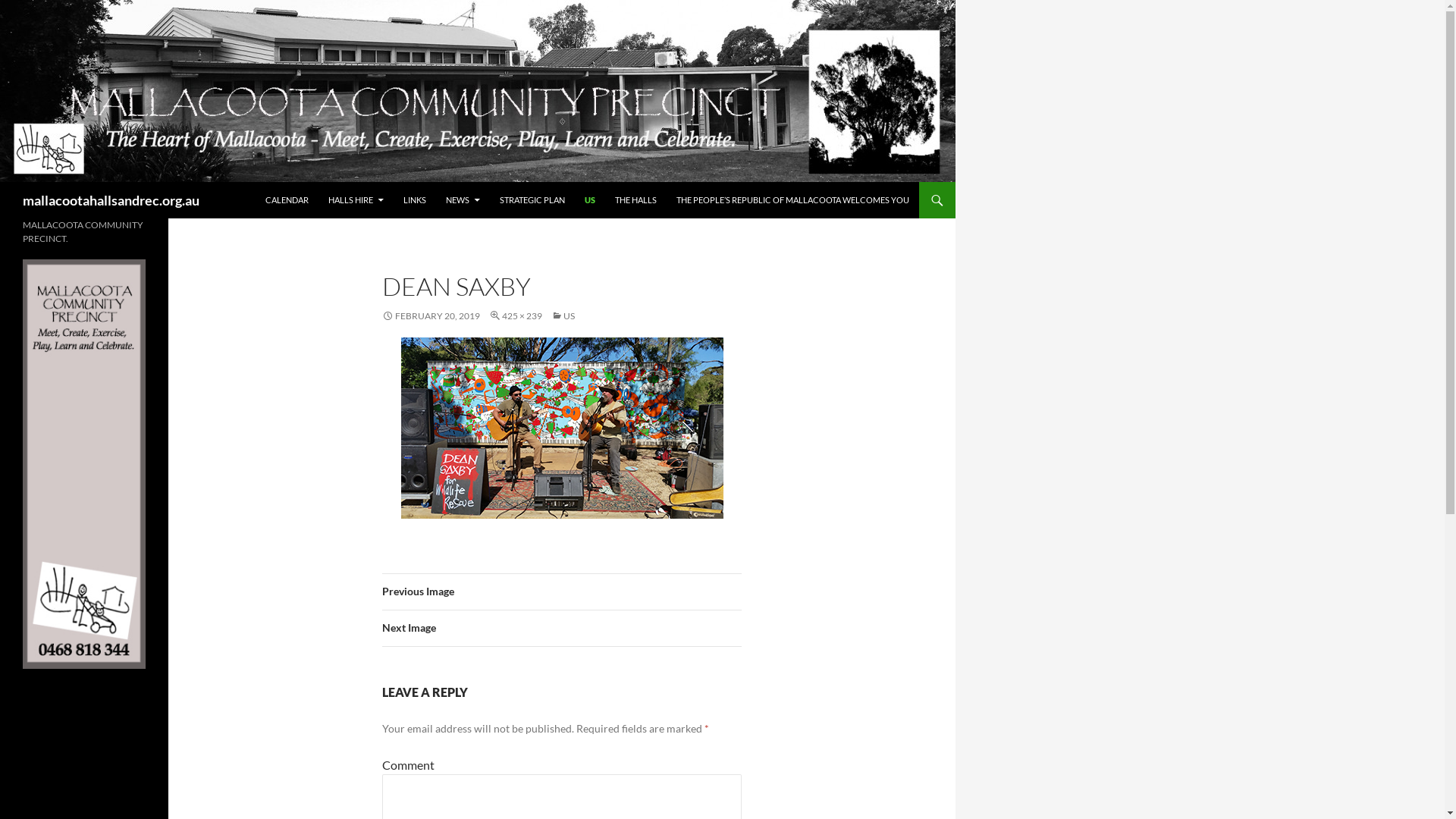  Describe the element at coordinates (635, 199) in the screenshot. I see `'THE HALLS'` at that location.